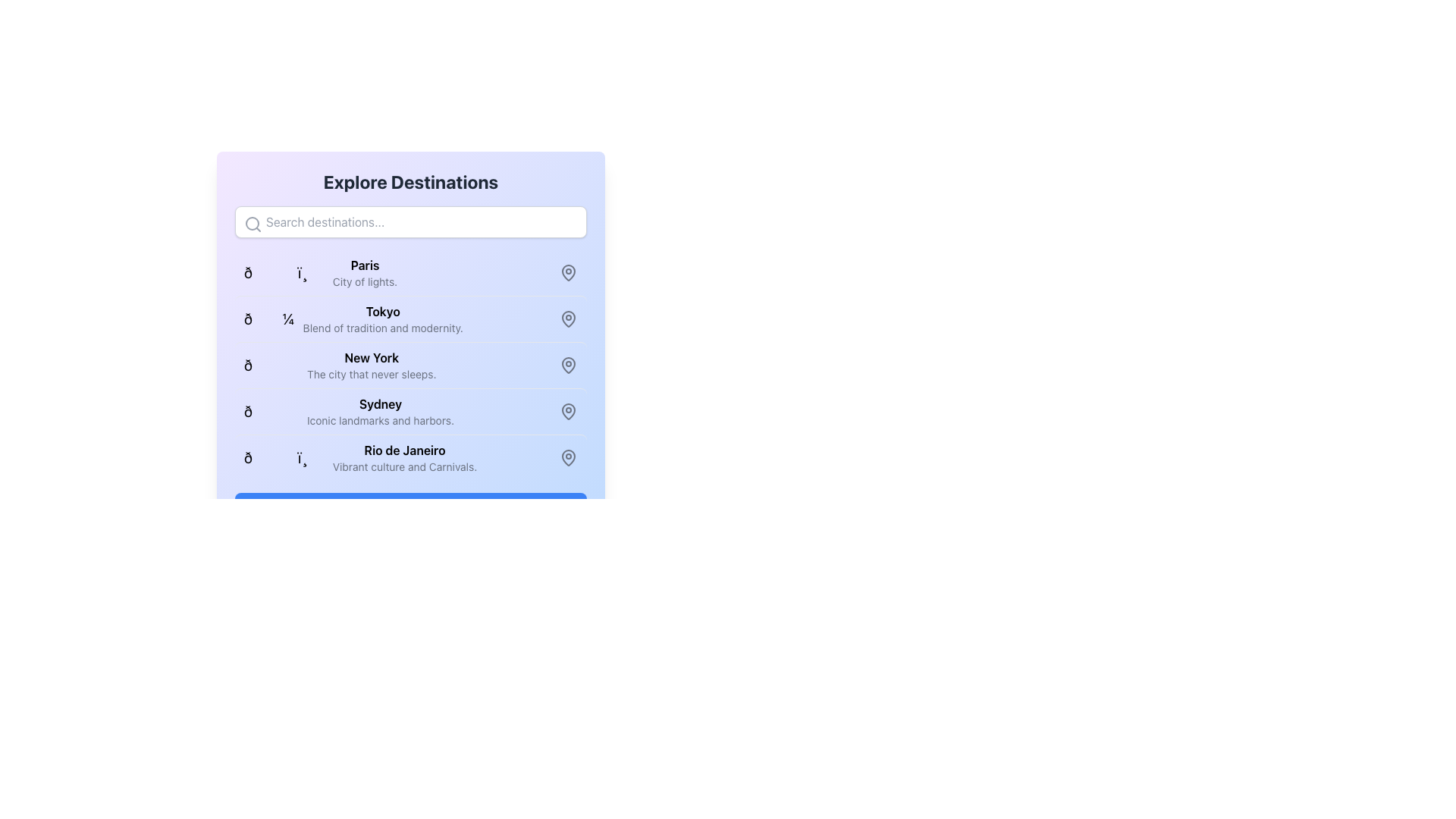 This screenshot has width=1456, height=819. I want to click on the graphical map pin icon associated with the Paris entry, which is located in the third column of the grid as the first icon in the list of locations, so click(567, 271).